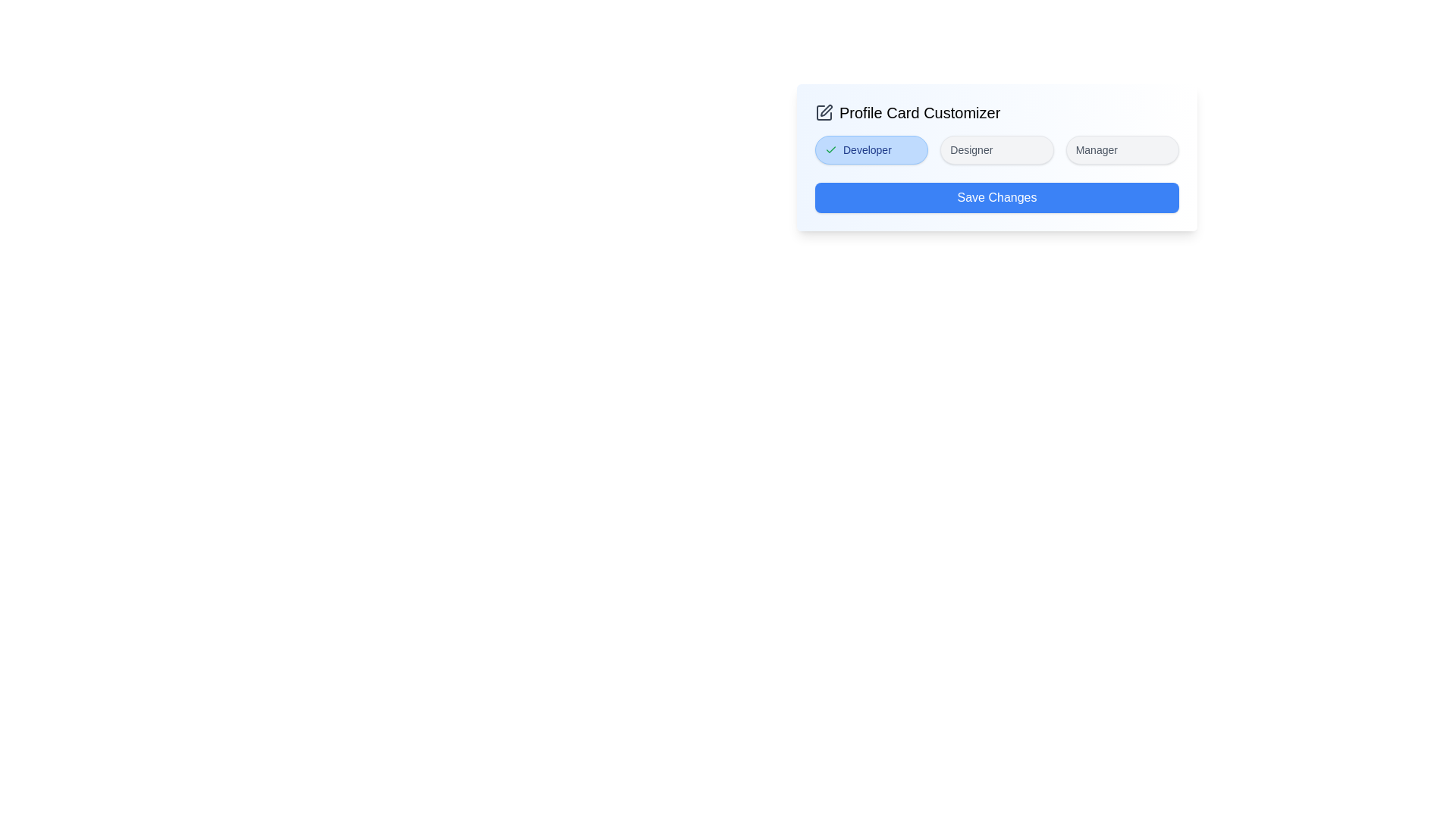  Describe the element at coordinates (1122, 149) in the screenshot. I see `the Manager tag to toggle its selection` at that location.